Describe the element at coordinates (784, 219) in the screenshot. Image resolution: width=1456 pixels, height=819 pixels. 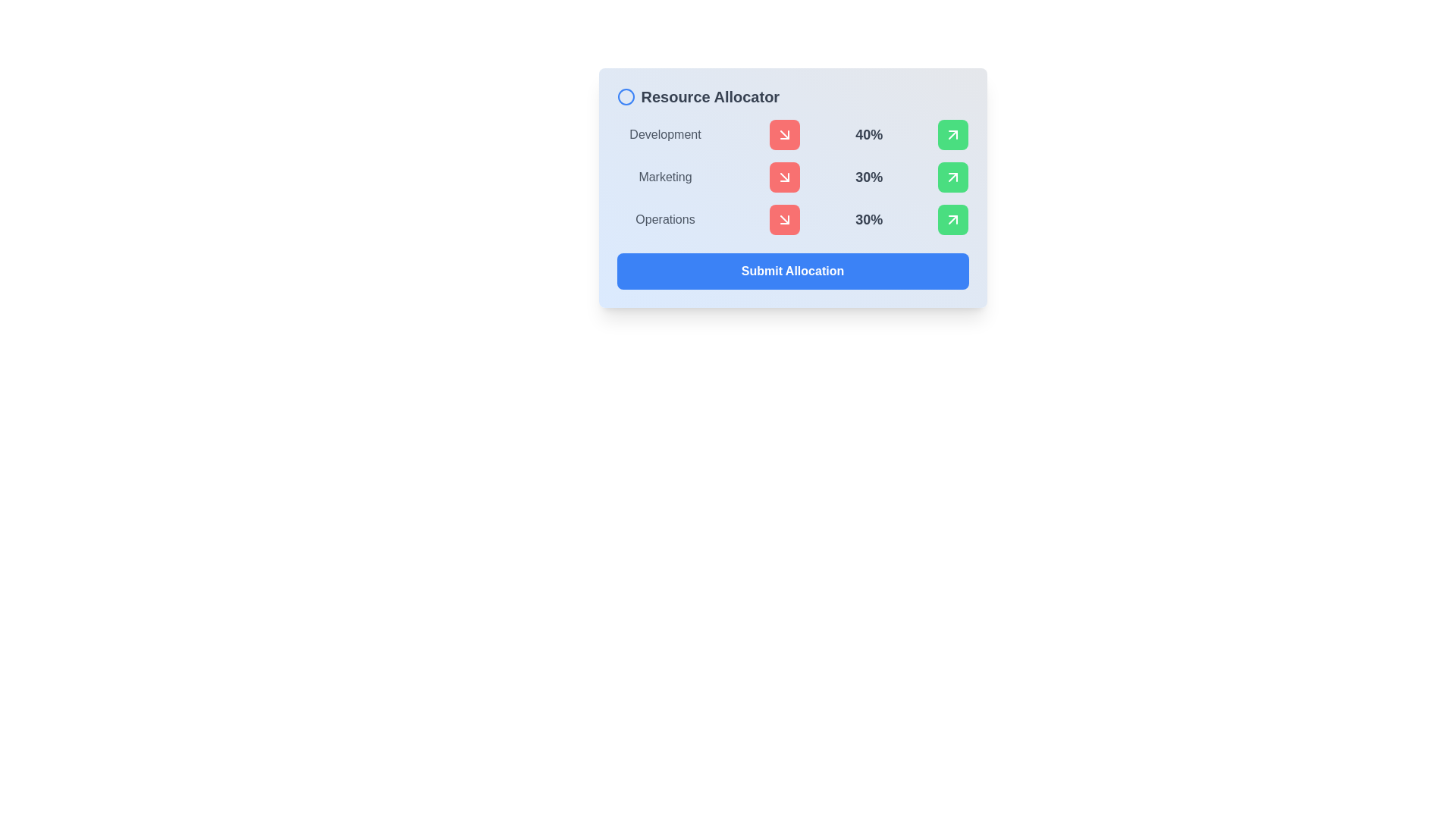
I see `the downward and rightward direction icon inside the red circular button in the 'Operations' row of the resource allocation form` at that location.